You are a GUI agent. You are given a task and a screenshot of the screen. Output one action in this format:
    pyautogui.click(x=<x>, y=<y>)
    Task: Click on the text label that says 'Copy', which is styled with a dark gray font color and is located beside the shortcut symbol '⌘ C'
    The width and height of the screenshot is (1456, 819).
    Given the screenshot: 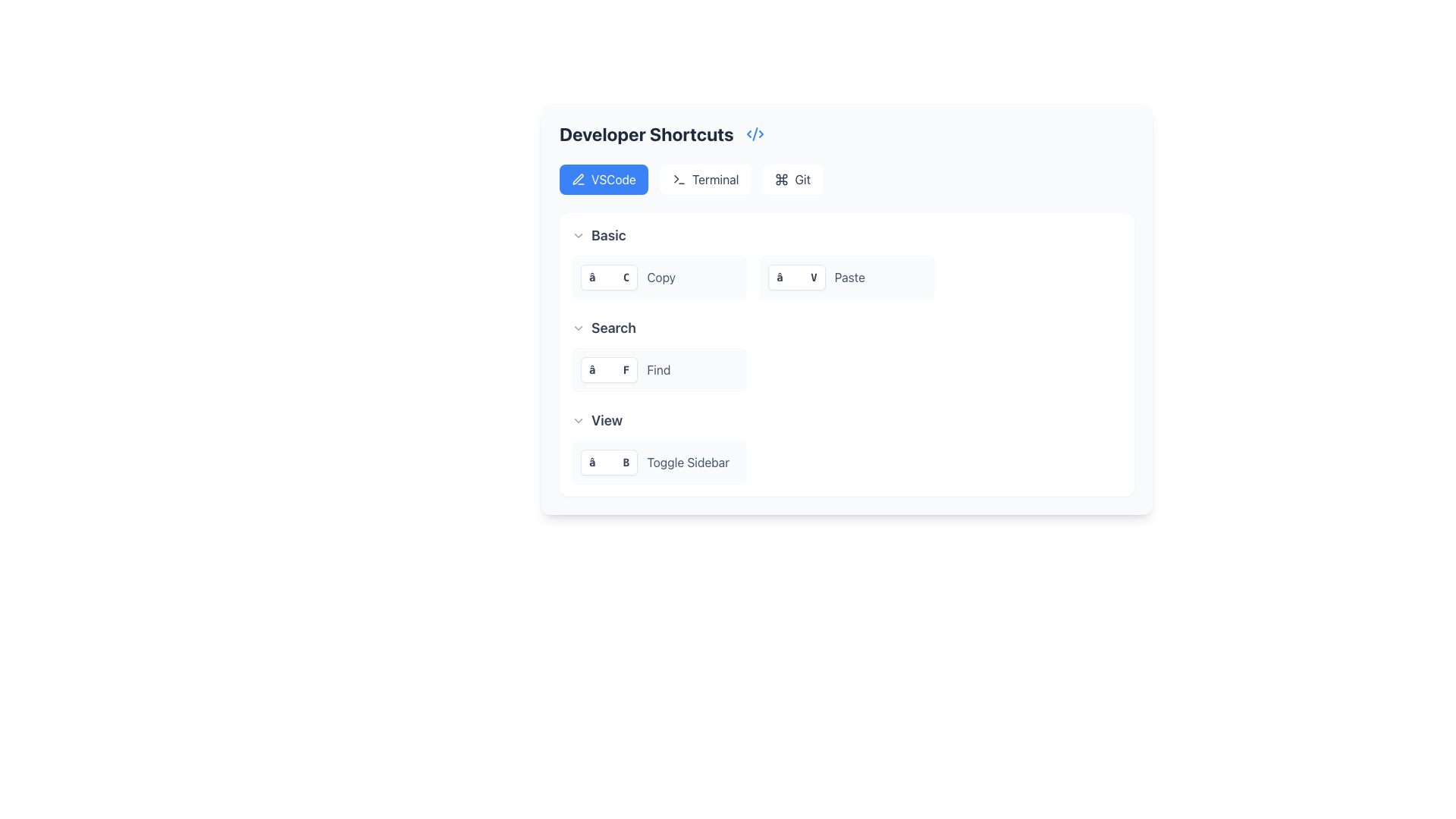 What is the action you would take?
    pyautogui.click(x=661, y=278)
    